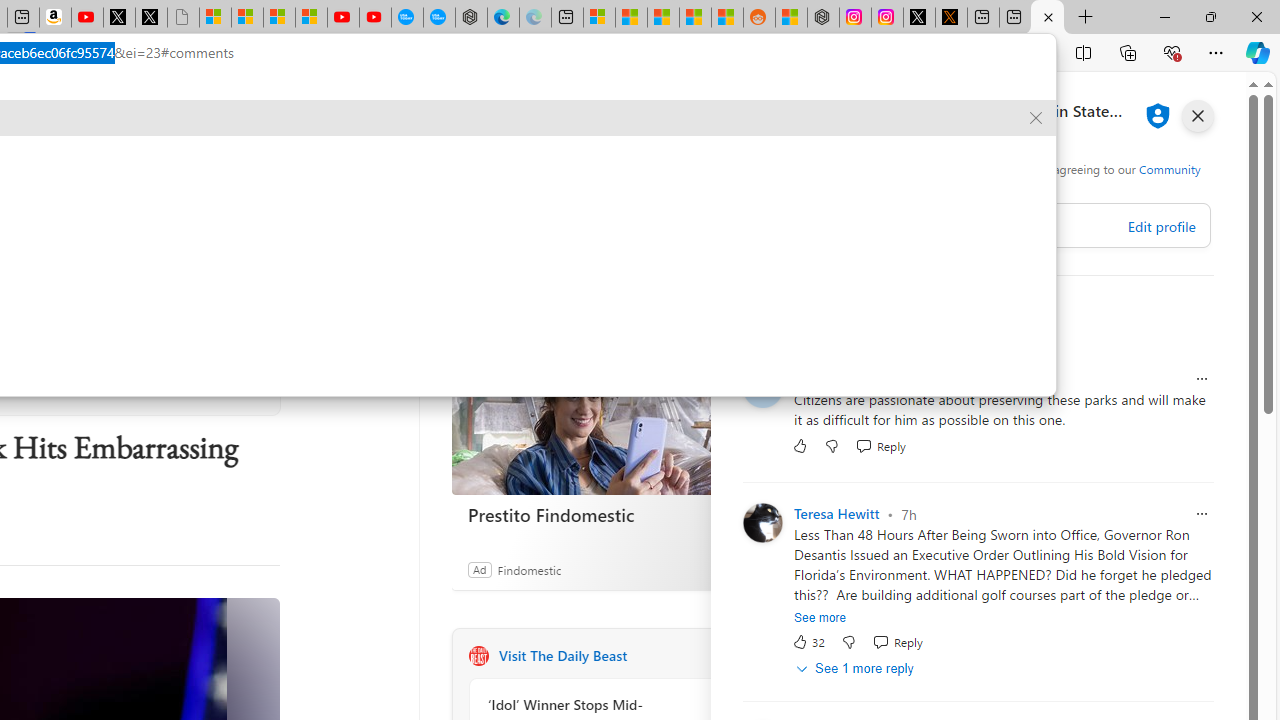  What do you see at coordinates (837, 513) in the screenshot?
I see `'Teresa Hewitt'` at bounding box center [837, 513].